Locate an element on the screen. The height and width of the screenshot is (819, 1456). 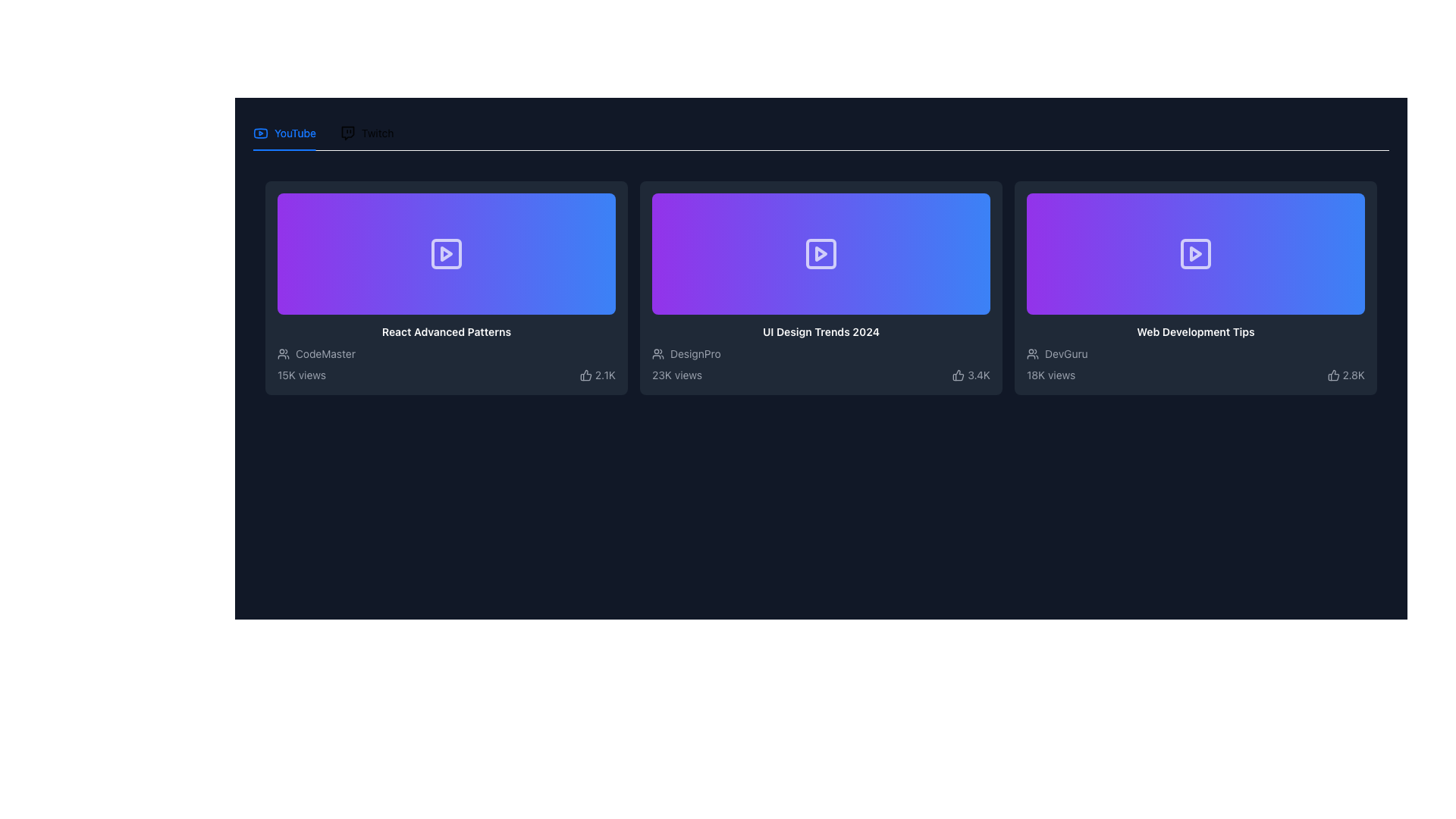
the gradient-colored image button with a play icon is located at coordinates (446, 253).